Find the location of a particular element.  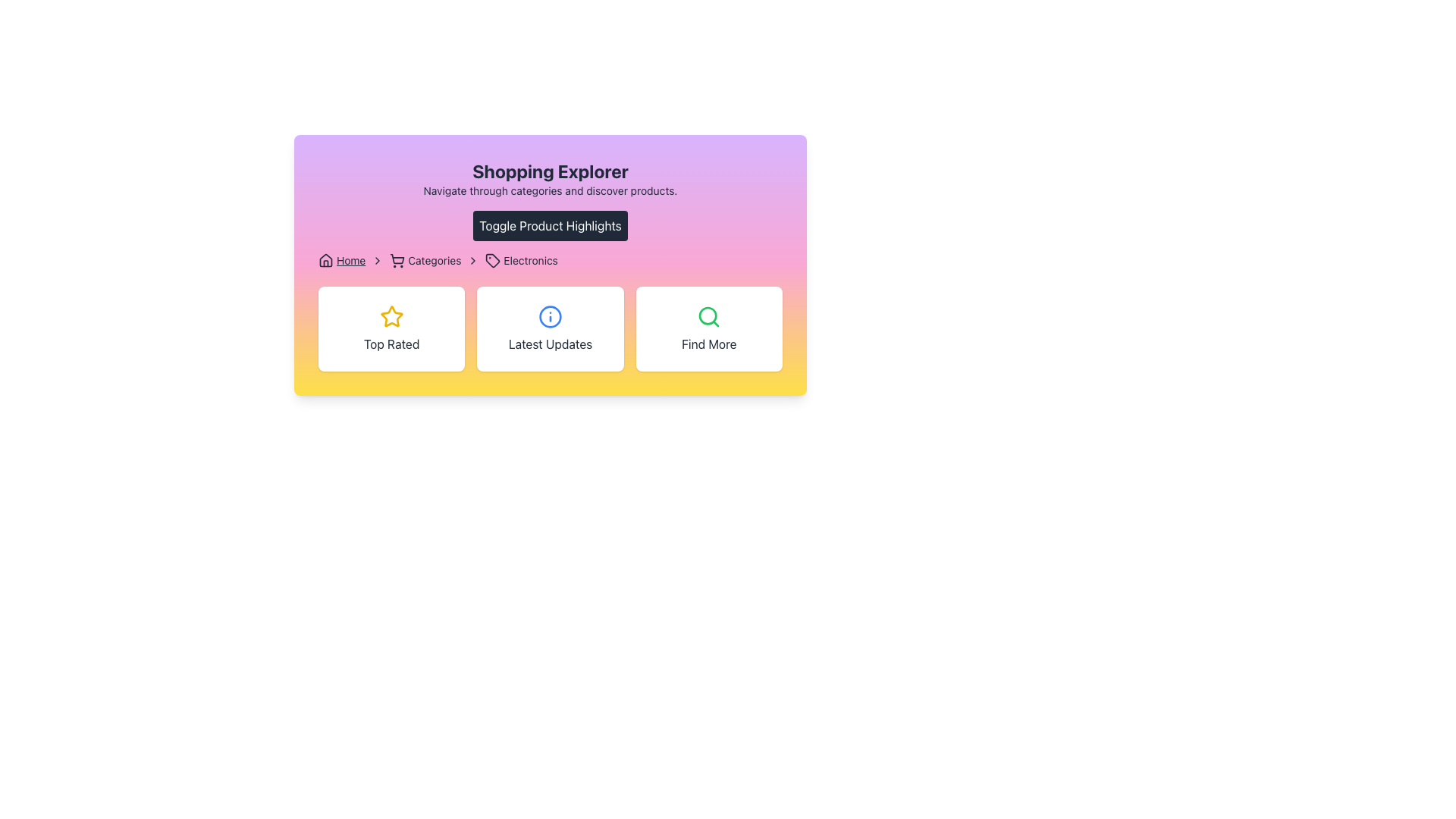

the informational icon within the 'Latest Updates' card is located at coordinates (549, 315).